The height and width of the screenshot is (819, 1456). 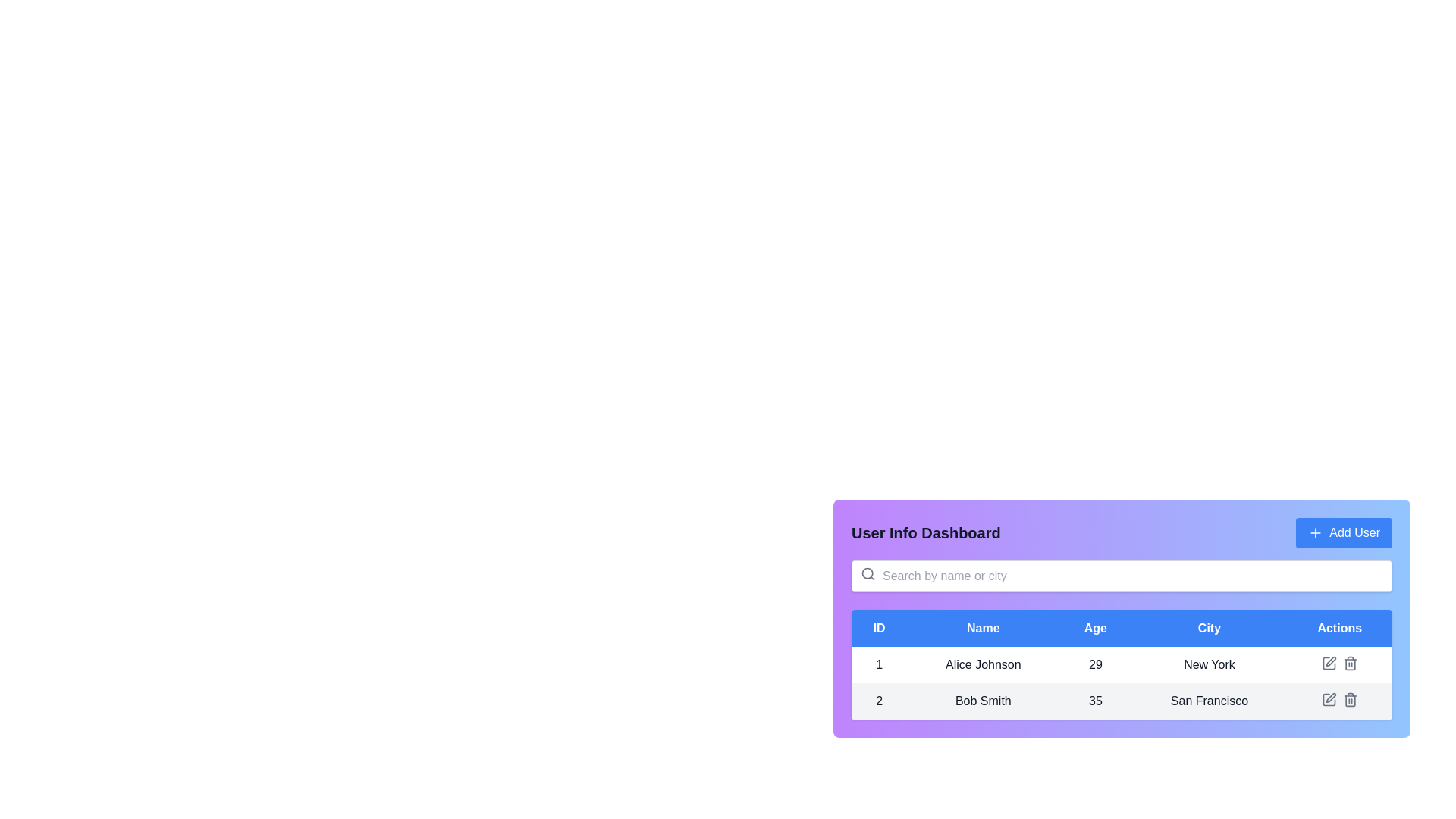 What do you see at coordinates (1095, 629) in the screenshot?
I see `the 'Age' header in the table, which is a static text label displayed in white on a blue background, centered and bold` at bounding box center [1095, 629].